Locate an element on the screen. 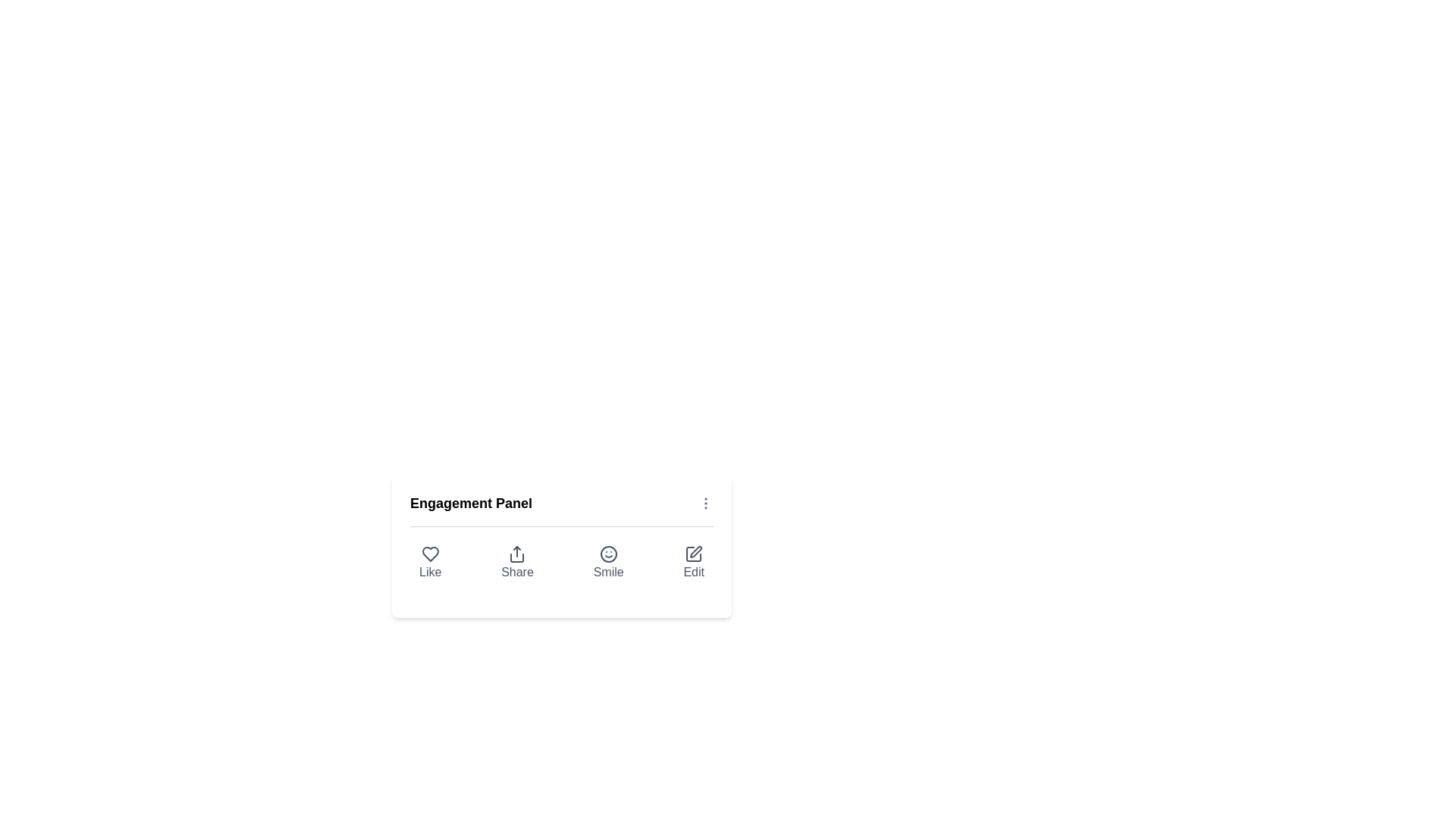 This screenshot has height=819, width=1456. the edit button is located at coordinates (693, 563).